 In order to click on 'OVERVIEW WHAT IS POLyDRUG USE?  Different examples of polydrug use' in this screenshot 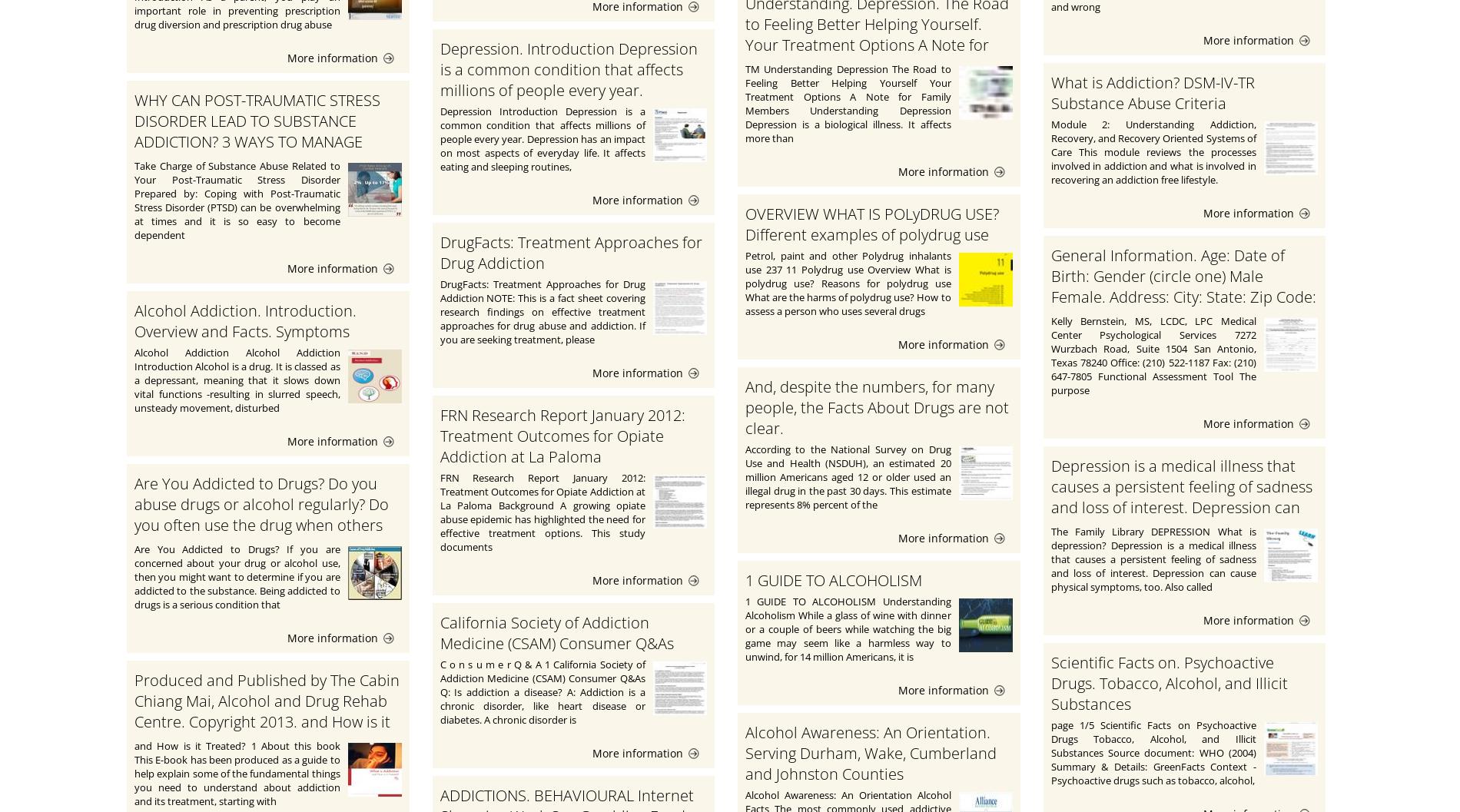, I will do `click(872, 224)`.